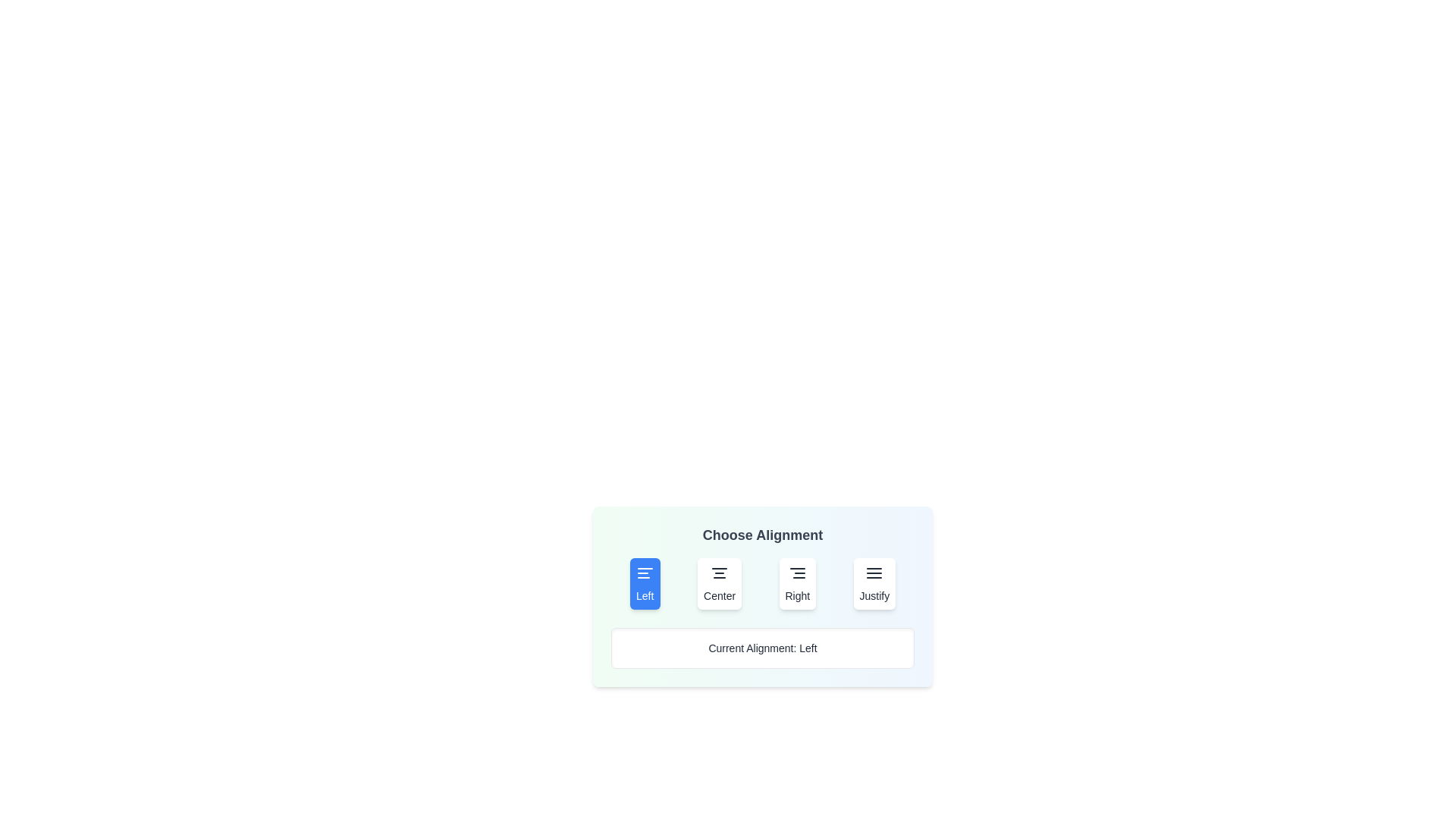 This screenshot has width=1456, height=819. I want to click on the 'Justify' button to select alignment, so click(874, 583).